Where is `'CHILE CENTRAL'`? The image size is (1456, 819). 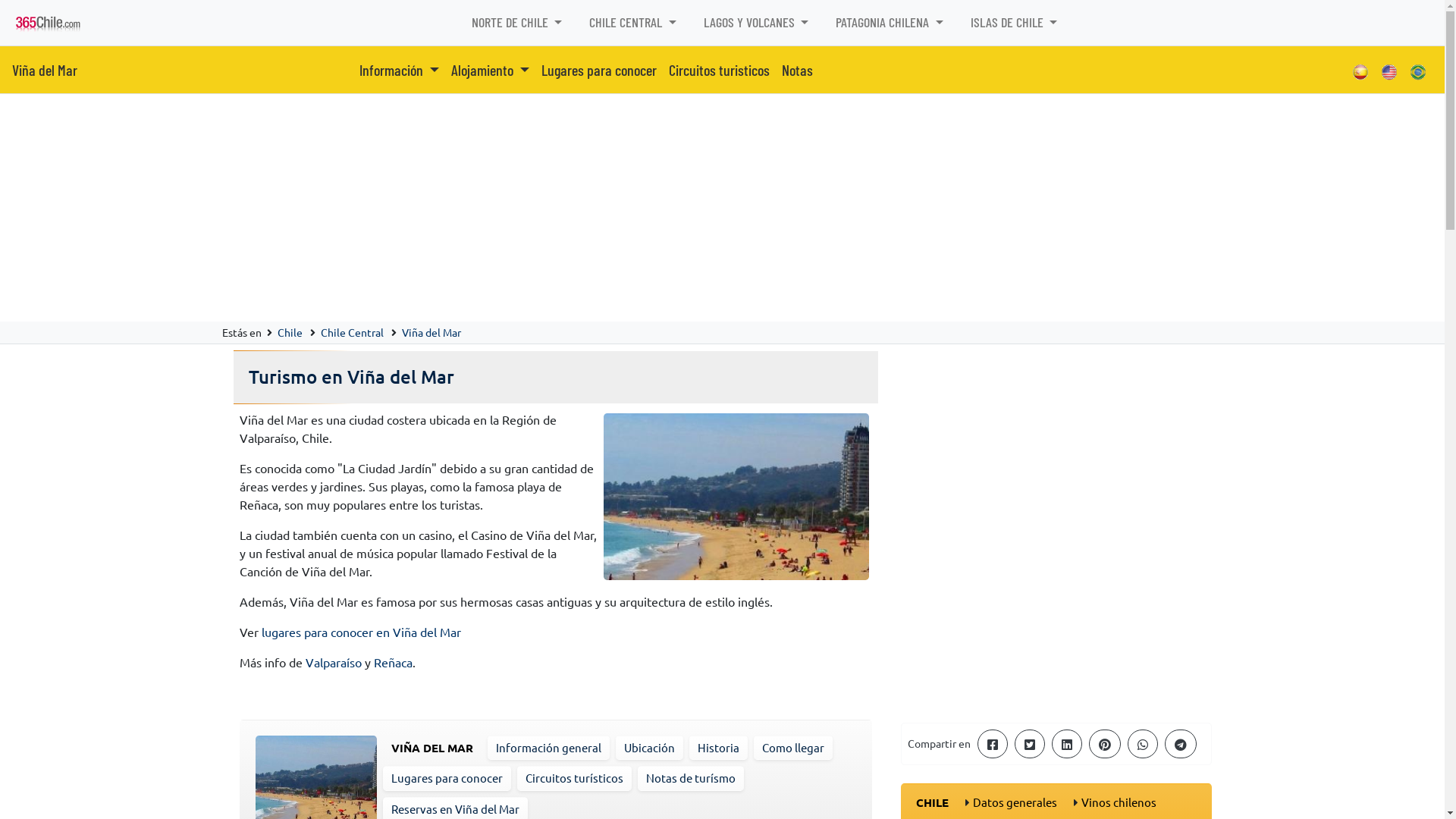 'CHILE CENTRAL' is located at coordinates (632, 22).